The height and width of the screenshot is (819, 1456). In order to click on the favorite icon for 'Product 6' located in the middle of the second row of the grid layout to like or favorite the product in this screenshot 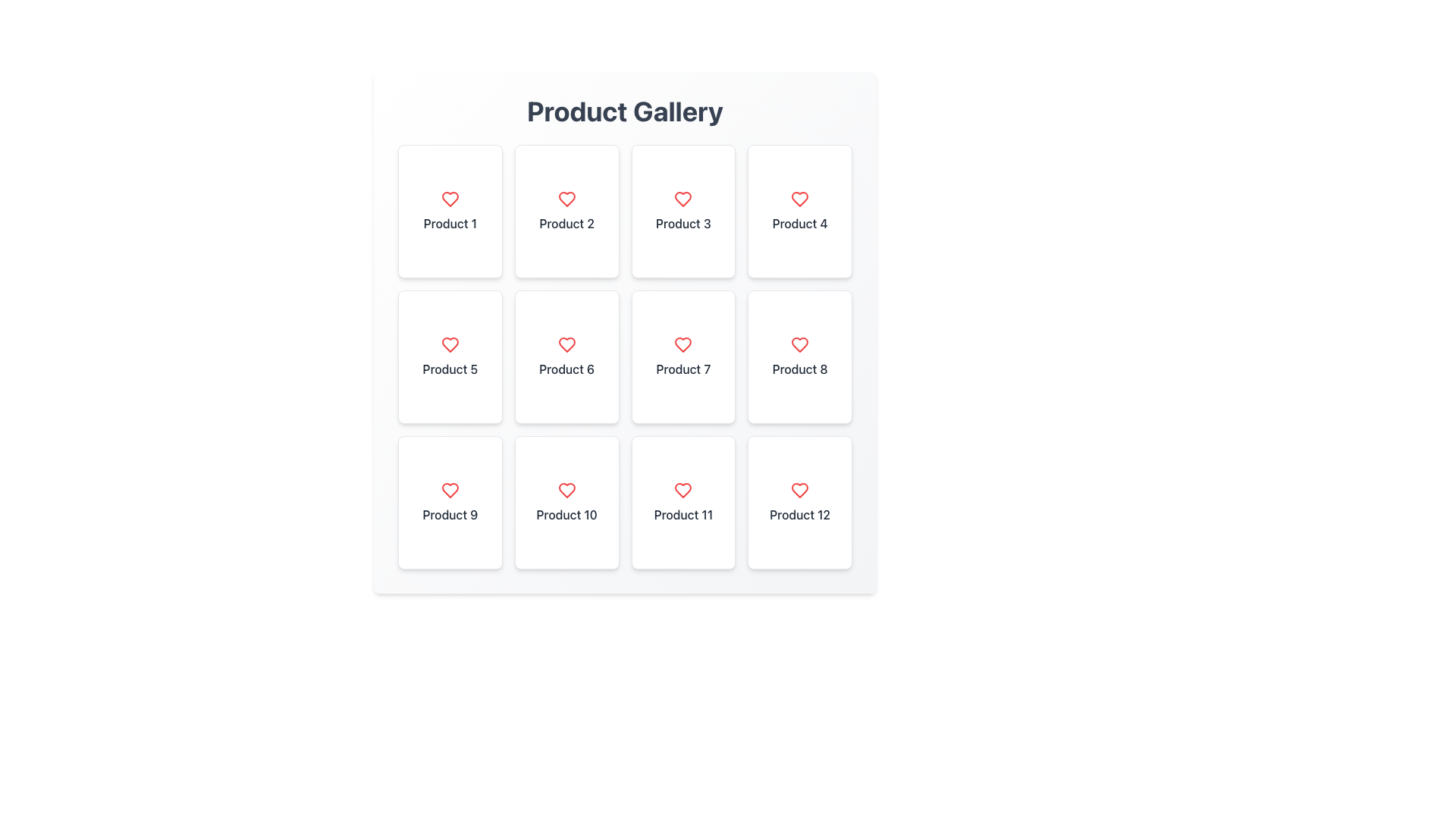, I will do `click(566, 345)`.